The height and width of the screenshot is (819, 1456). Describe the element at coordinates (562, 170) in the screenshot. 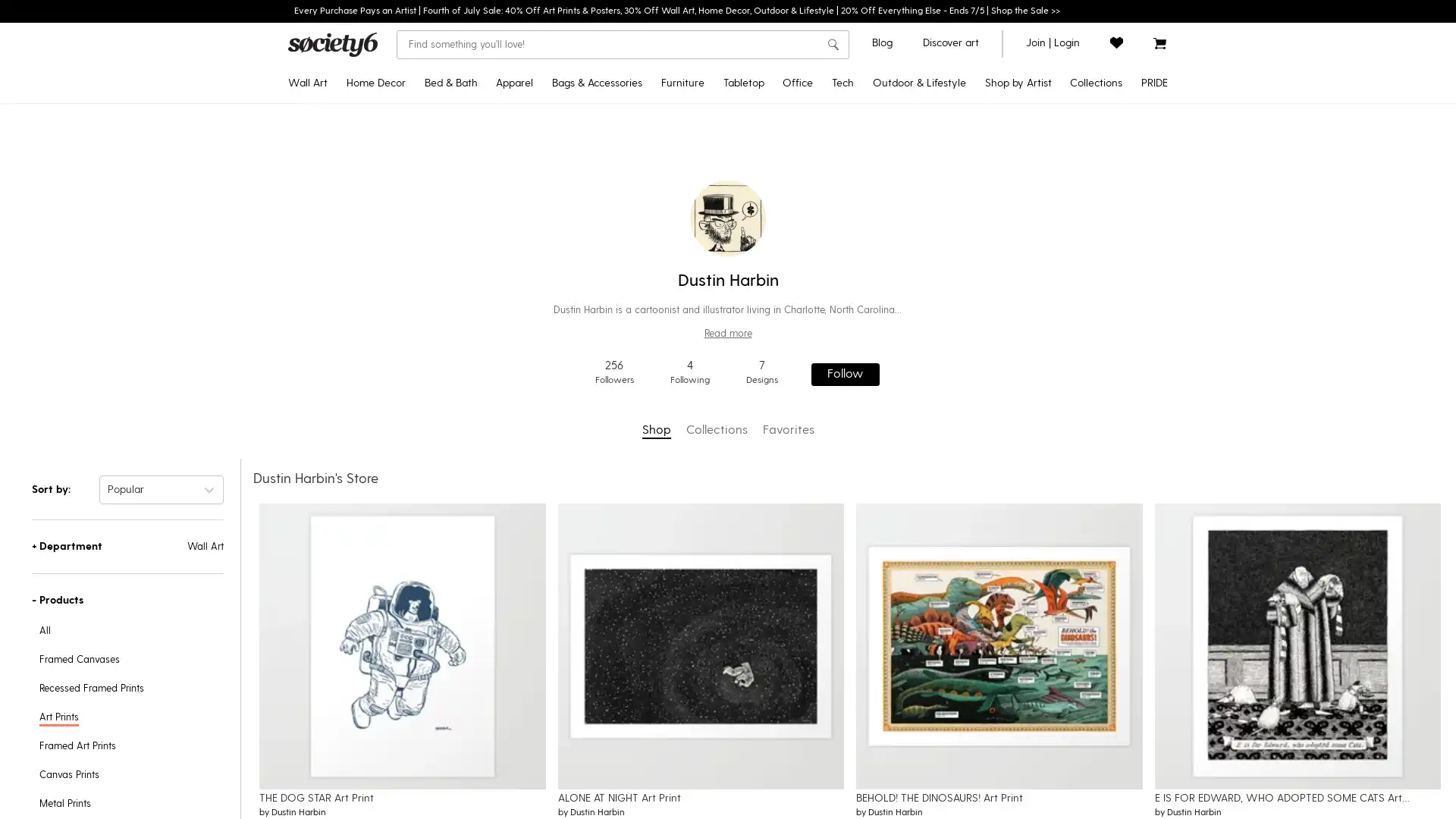

I see `Hoodies` at that location.